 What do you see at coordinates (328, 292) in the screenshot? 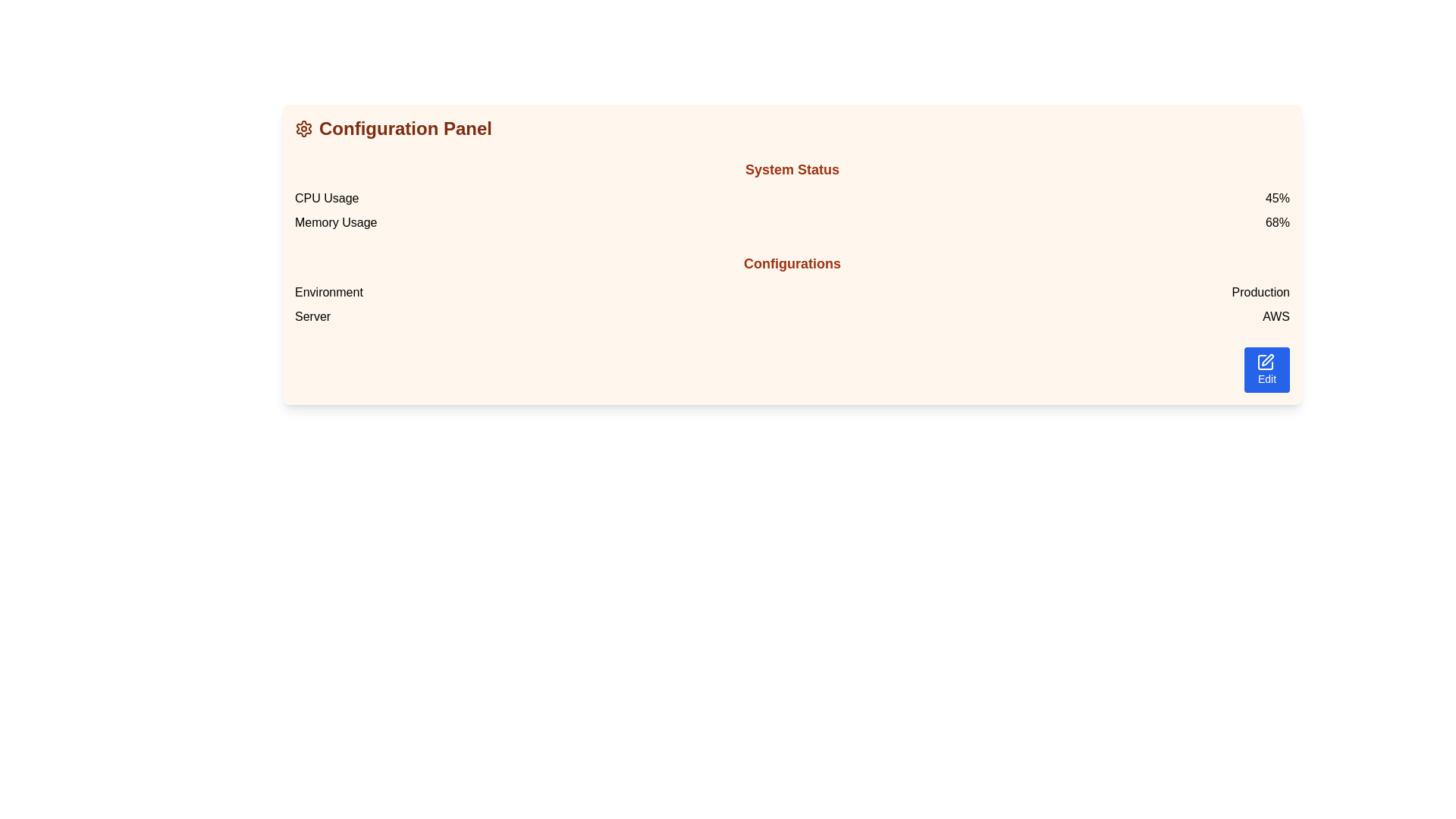
I see `the text label indicating a configuration property related to the environment, which is located in the left section of the configuration panel under the subheading 'Configurations', positioned before the word 'Production'` at bounding box center [328, 292].